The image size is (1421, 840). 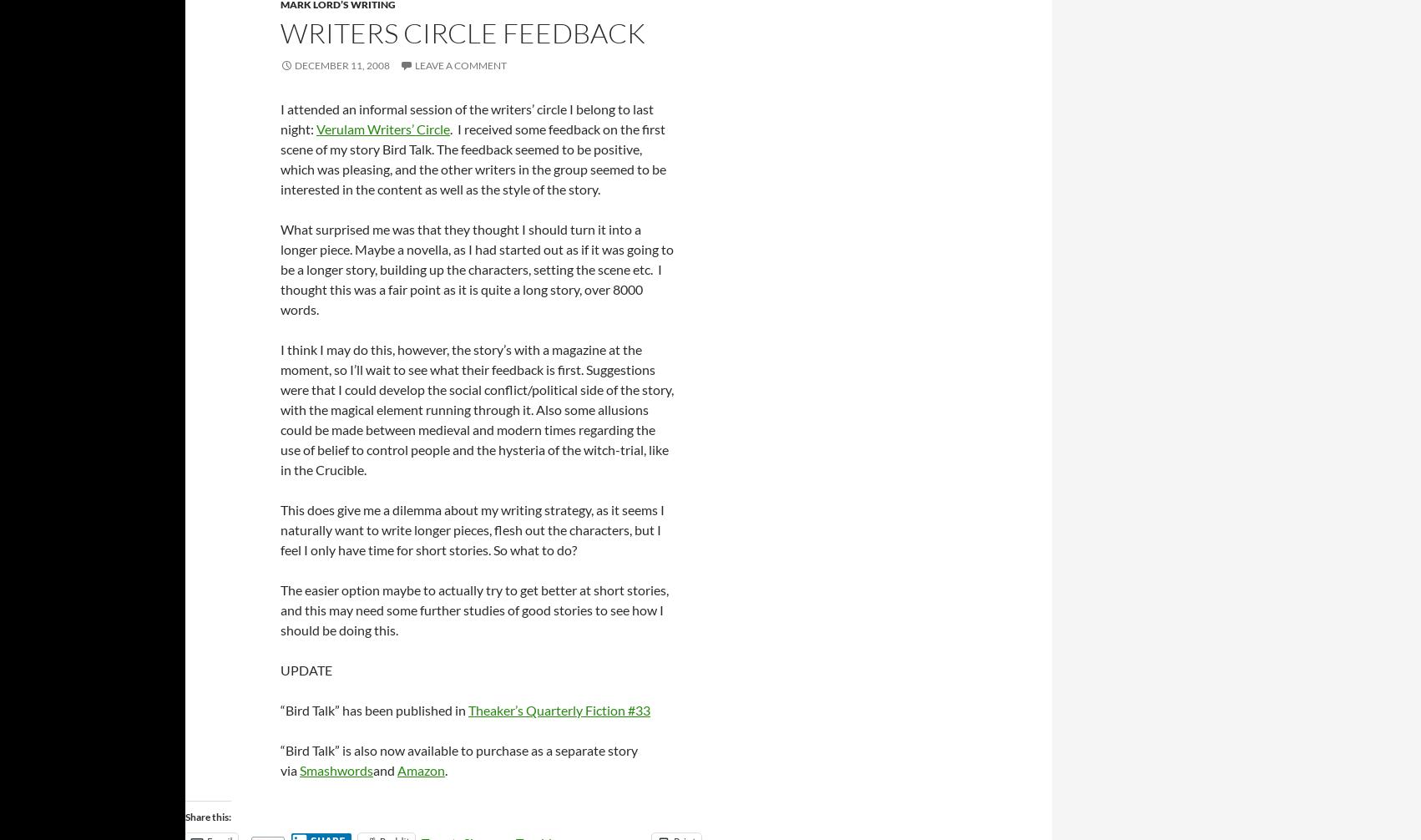 I want to click on 'December 11, 2008', so click(x=294, y=64).